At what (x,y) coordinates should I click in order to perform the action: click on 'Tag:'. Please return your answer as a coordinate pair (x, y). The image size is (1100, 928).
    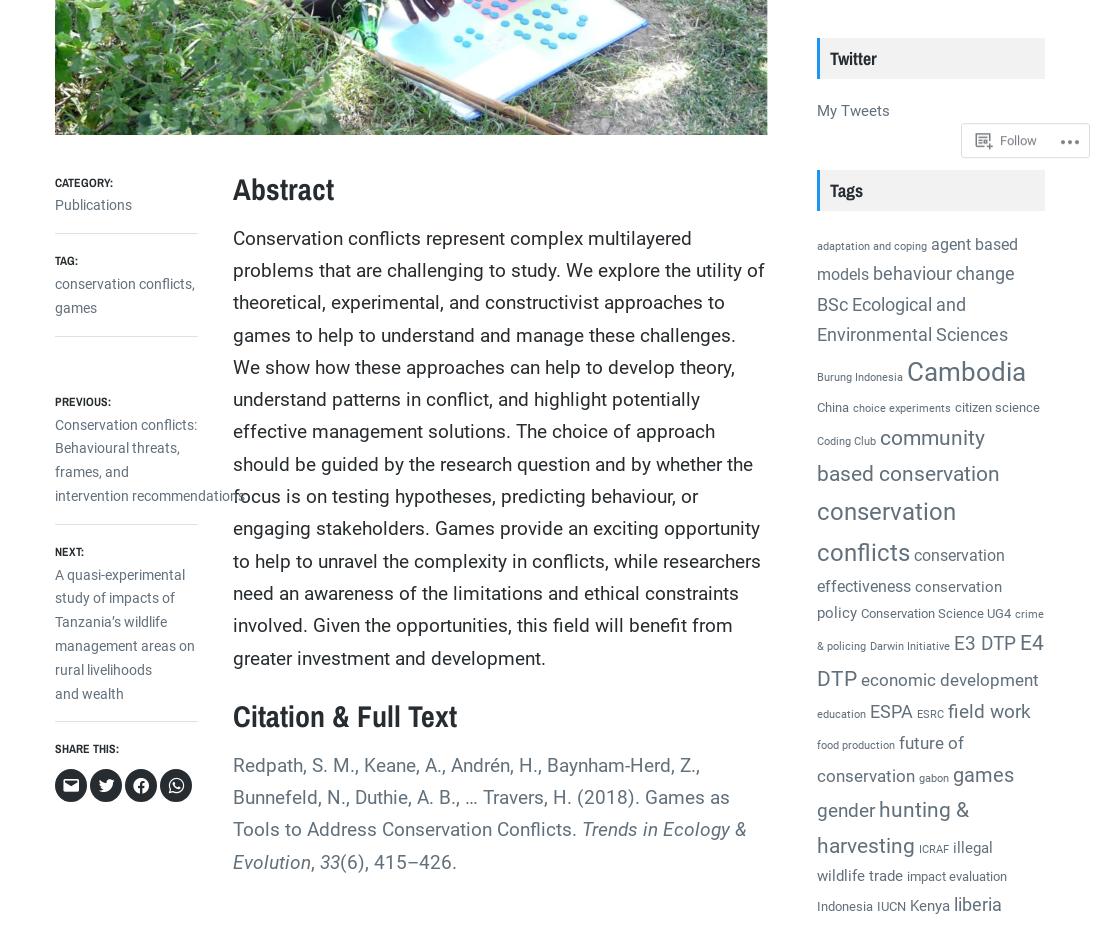
    Looking at the image, I should click on (65, 259).